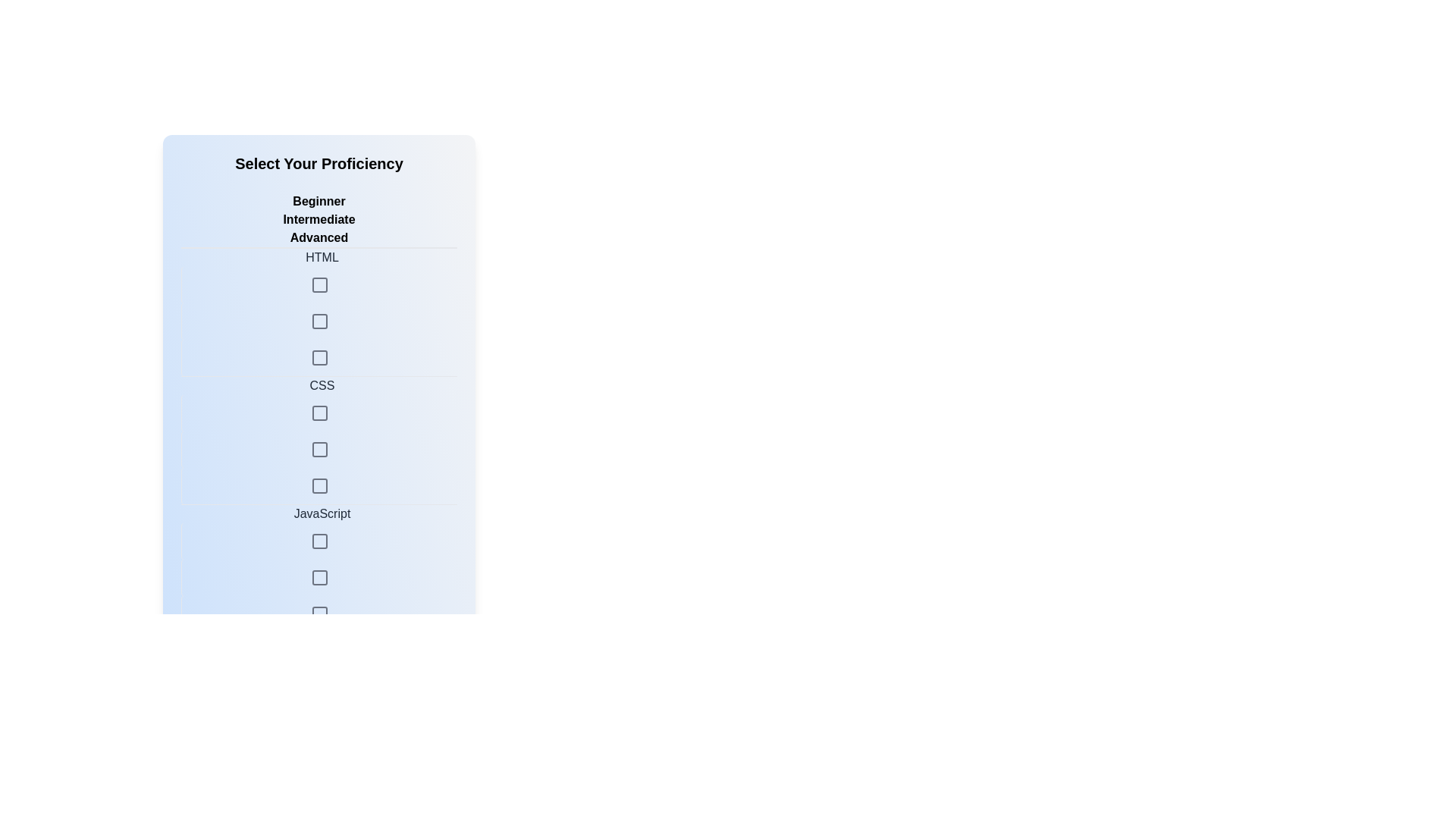 Image resolution: width=1456 pixels, height=819 pixels. Describe the element at coordinates (318, 284) in the screenshot. I see `the skill level Intermediate for the skill HTML` at that location.